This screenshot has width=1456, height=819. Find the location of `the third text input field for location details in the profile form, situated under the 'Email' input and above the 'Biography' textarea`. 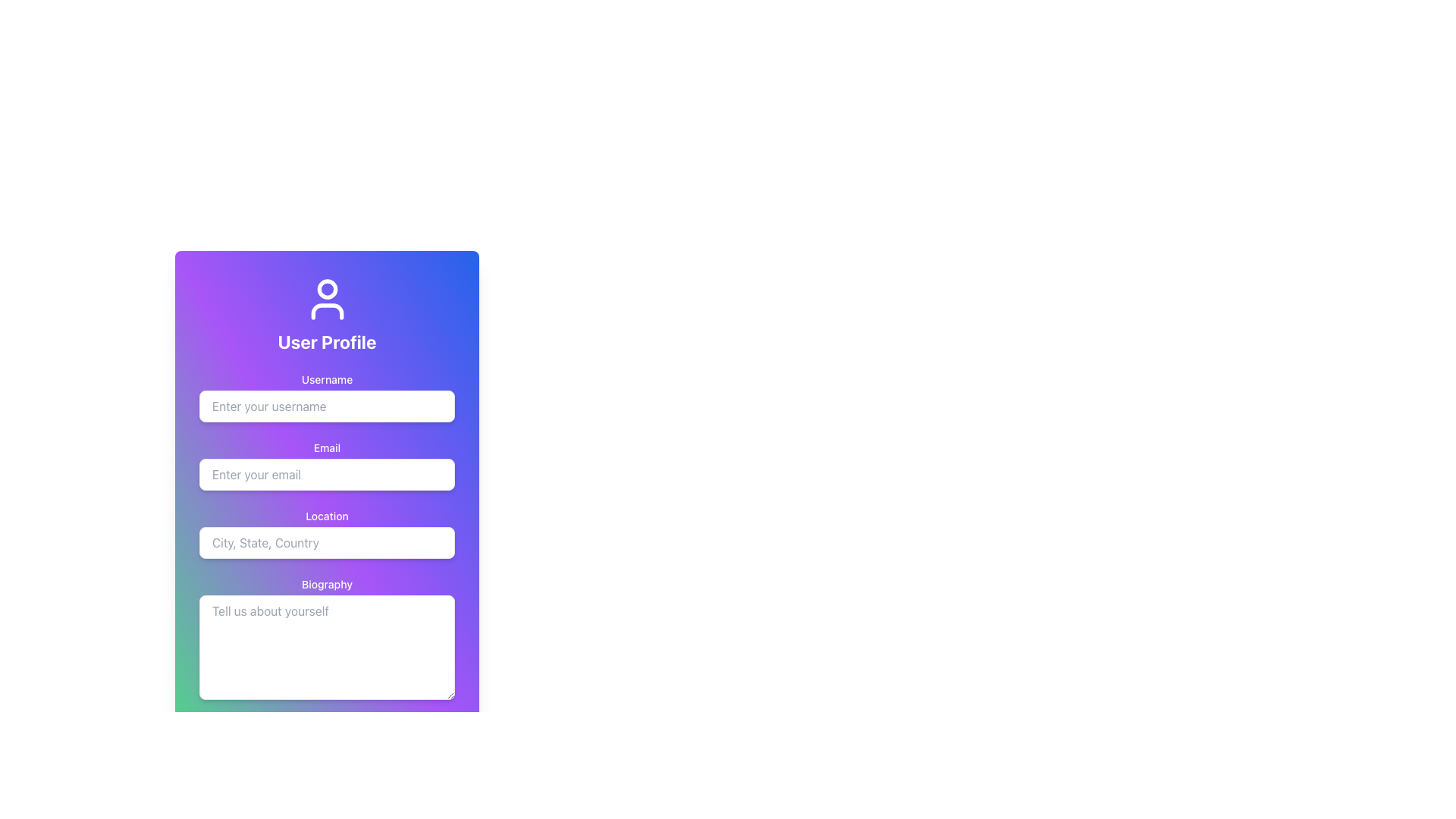

the third text input field for location details in the profile form, situated under the 'Email' input and above the 'Biography' textarea is located at coordinates (326, 533).